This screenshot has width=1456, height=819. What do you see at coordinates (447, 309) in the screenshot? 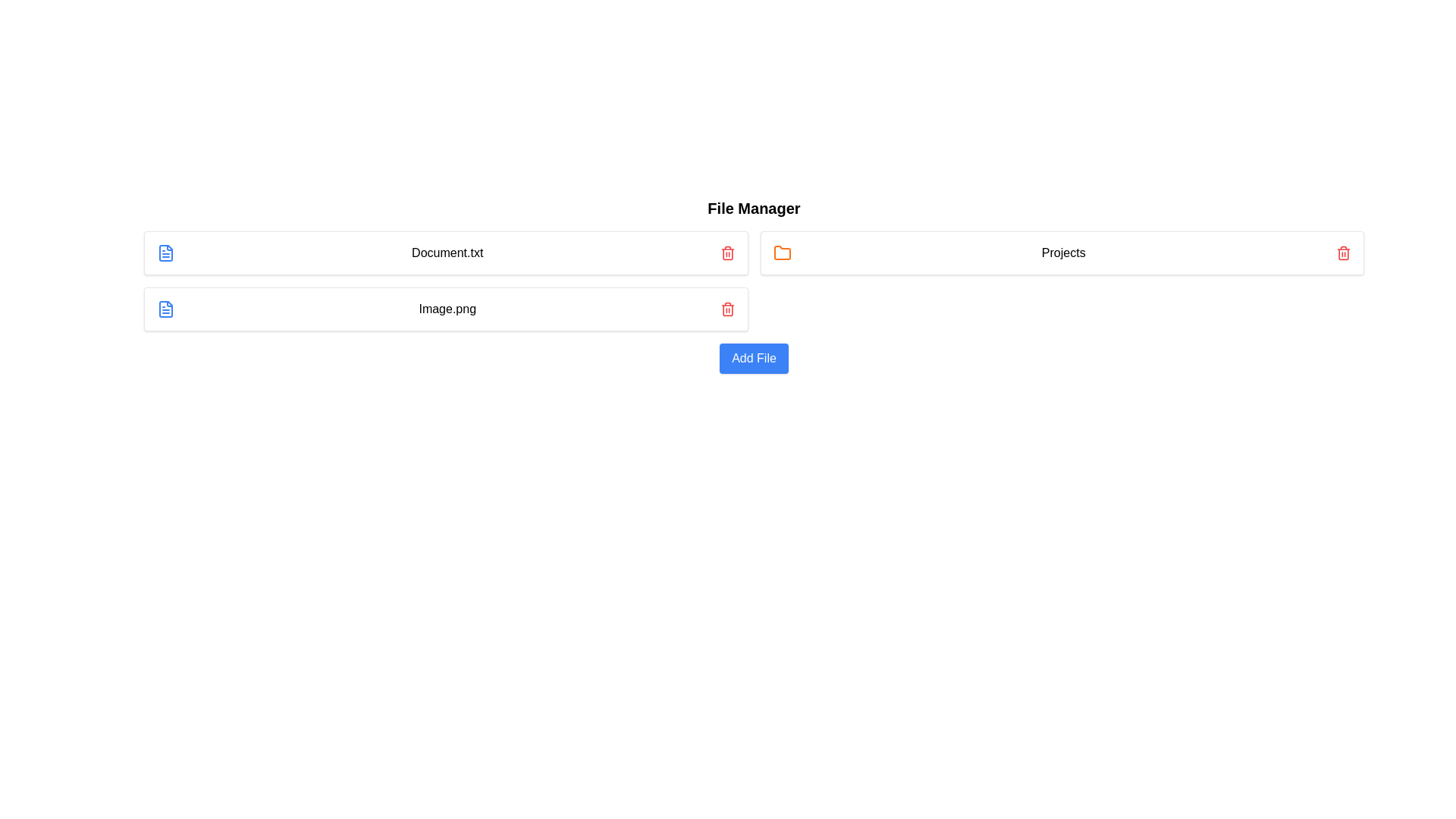
I see `the text label displaying the file name 'Image.png' located in the second row of the file list in the file manager interface` at bounding box center [447, 309].